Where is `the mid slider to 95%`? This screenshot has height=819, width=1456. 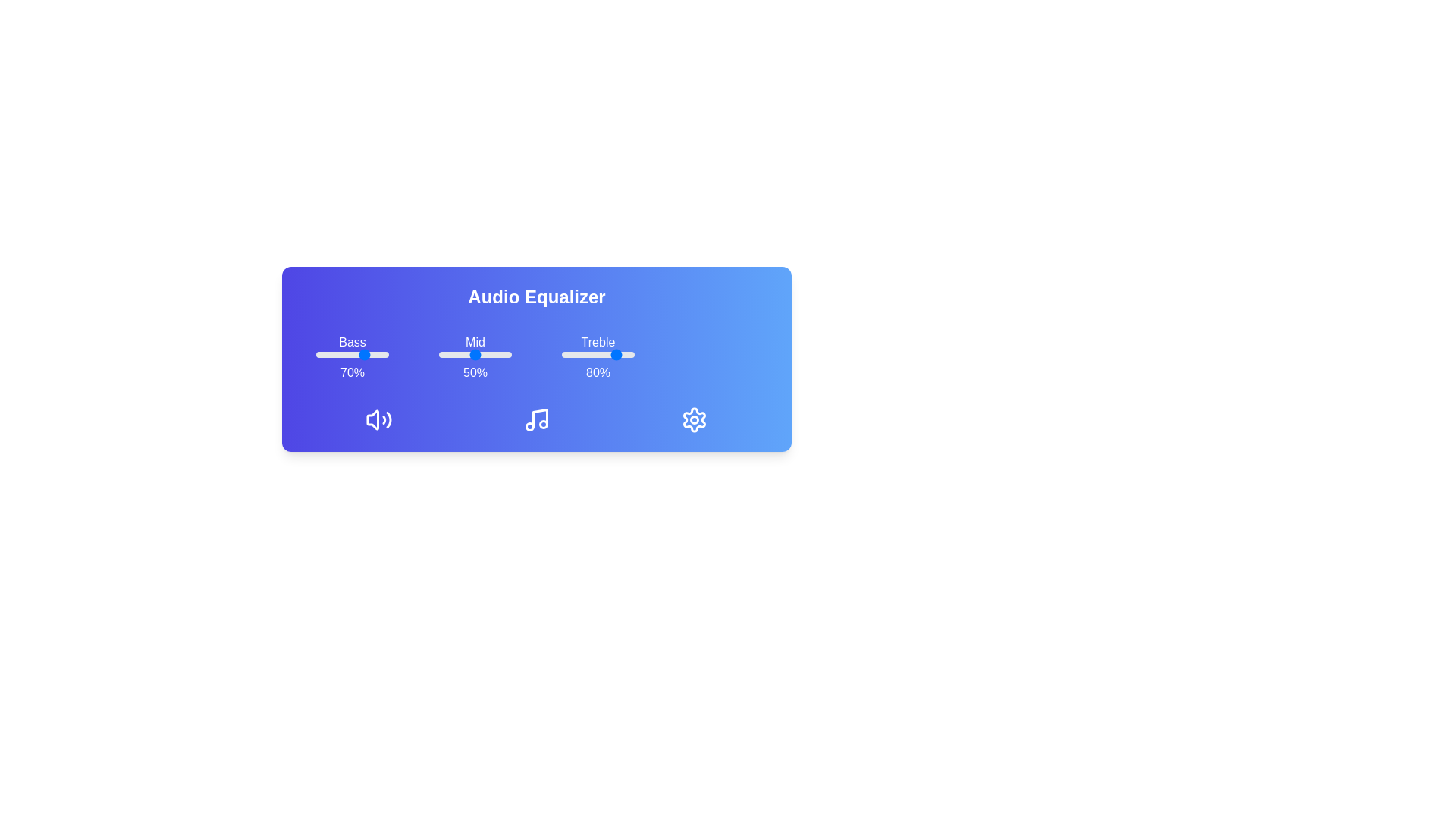 the mid slider to 95% is located at coordinates (508, 354).